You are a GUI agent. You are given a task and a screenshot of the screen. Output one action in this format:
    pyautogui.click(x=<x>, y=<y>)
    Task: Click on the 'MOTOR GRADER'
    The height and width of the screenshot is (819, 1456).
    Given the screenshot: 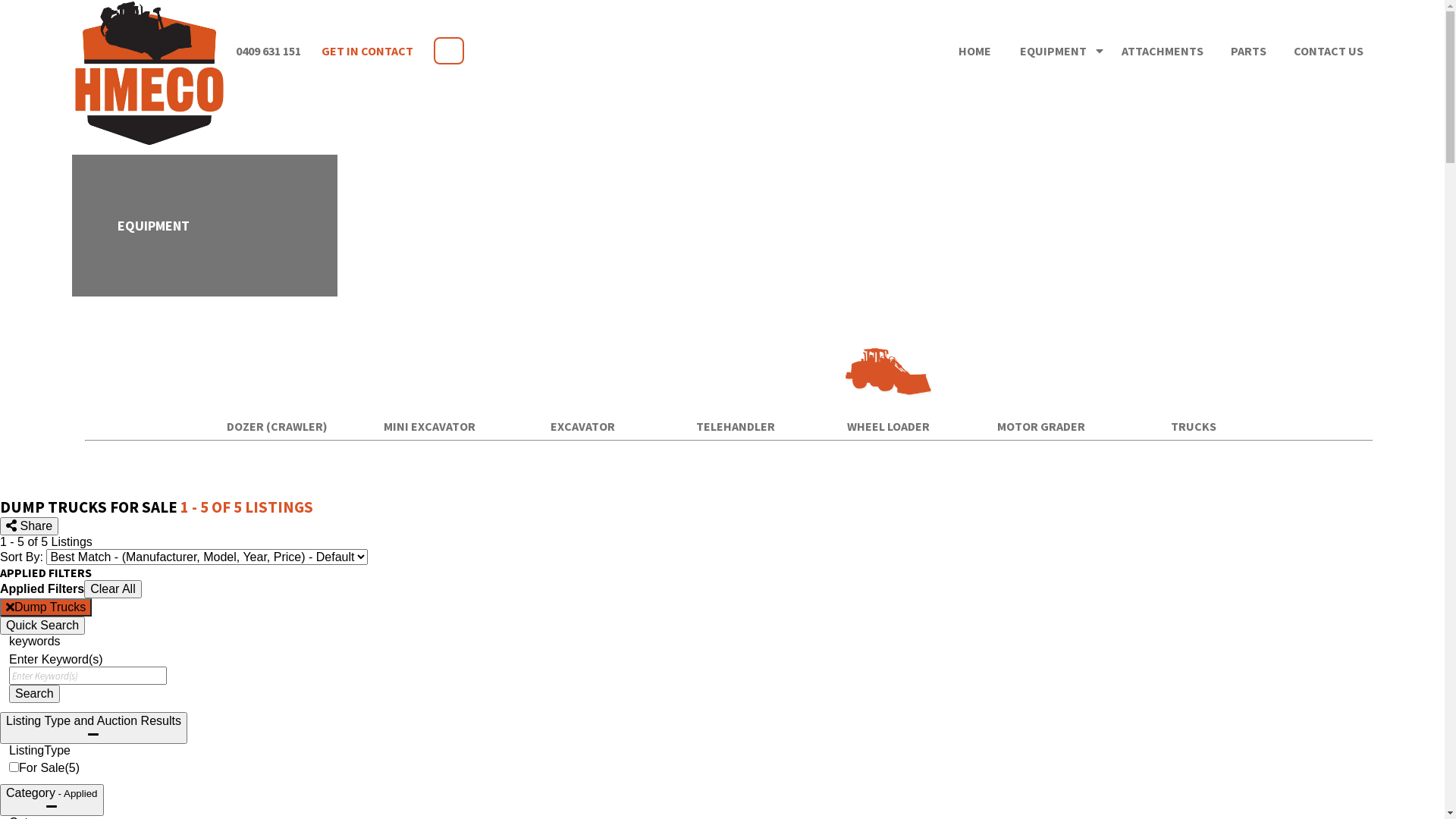 What is the action you would take?
    pyautogui.click(x=1040, y=426)
    